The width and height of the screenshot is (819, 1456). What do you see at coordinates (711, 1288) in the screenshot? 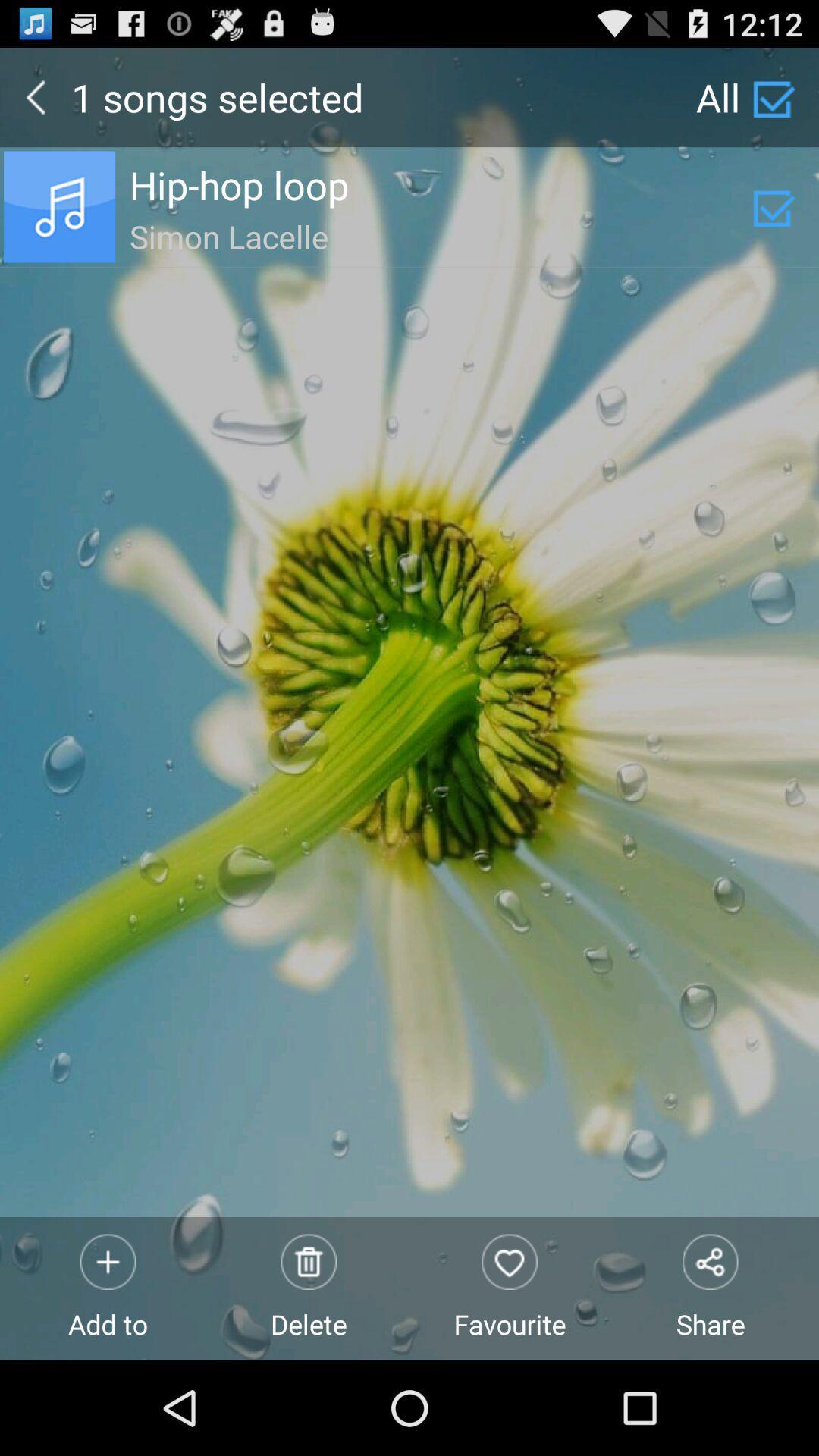
I see `the app at the bottom right corner` at bounding box center [711, 1288].